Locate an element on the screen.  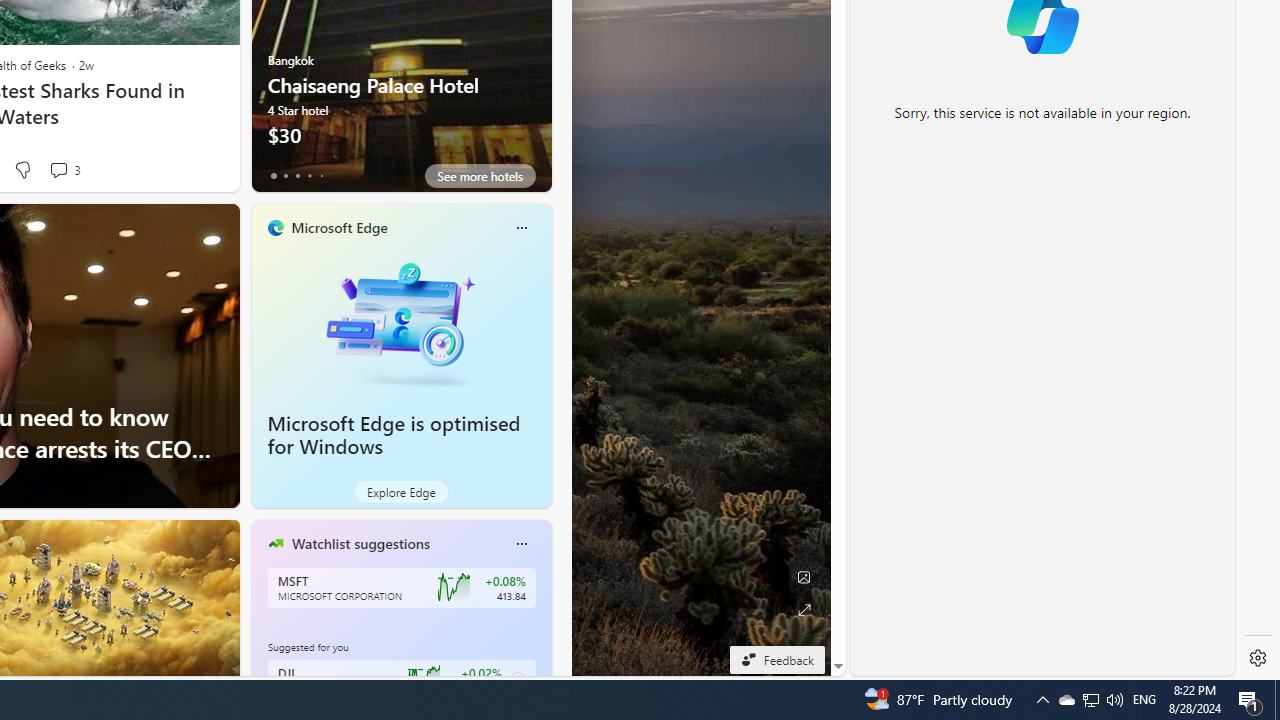
'Dislike' is located at coordinates (22, 169).